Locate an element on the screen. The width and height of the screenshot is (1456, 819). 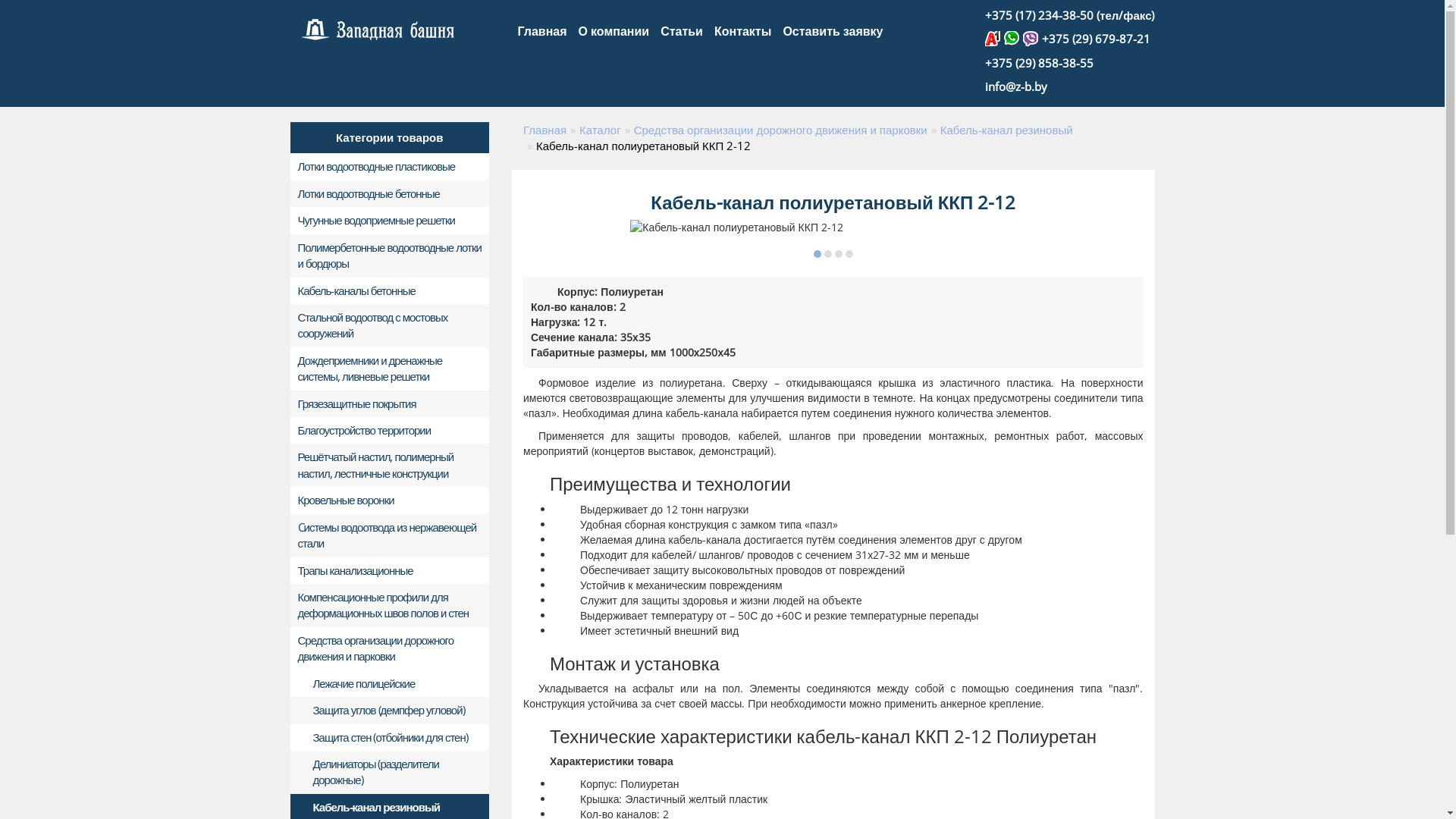
'A1' is located at coordinates (994, 37).